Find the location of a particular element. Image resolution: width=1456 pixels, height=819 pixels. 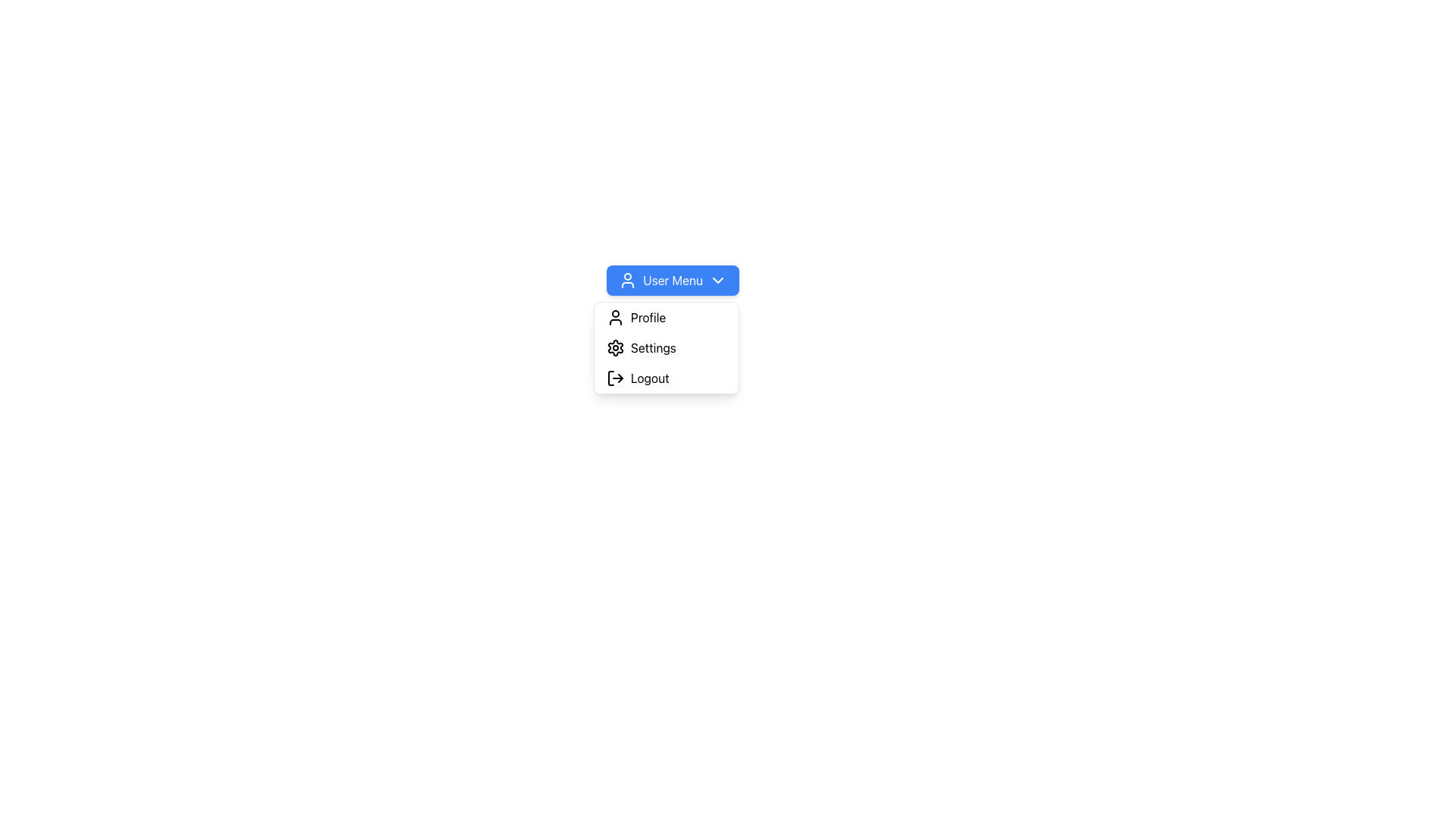

the gear icon located in the dropdown menu under 'User Menu' is located at coordinates (615, 348).